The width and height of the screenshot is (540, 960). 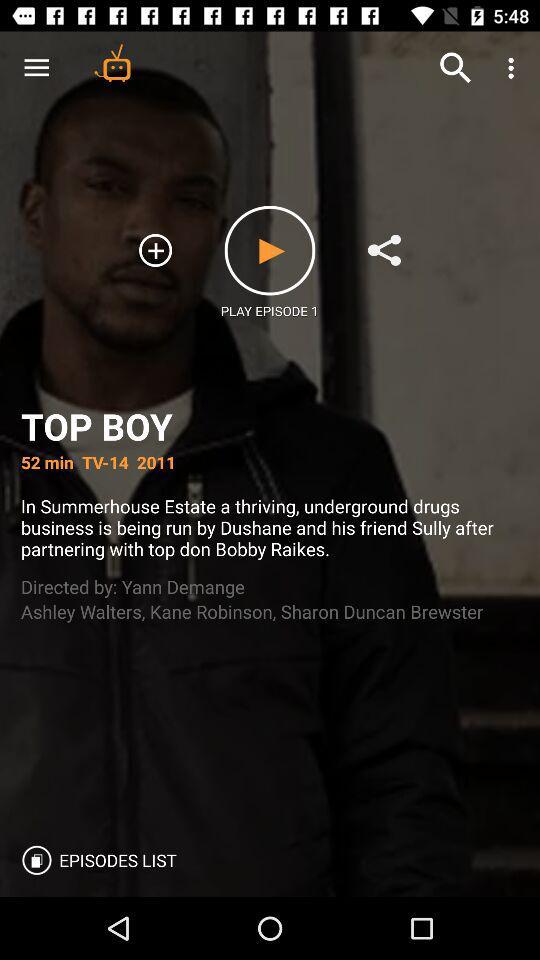 What do you see at coordinates (270, 249) in the screenshot?
I see `the play icon` at bounding box center [270, 249].